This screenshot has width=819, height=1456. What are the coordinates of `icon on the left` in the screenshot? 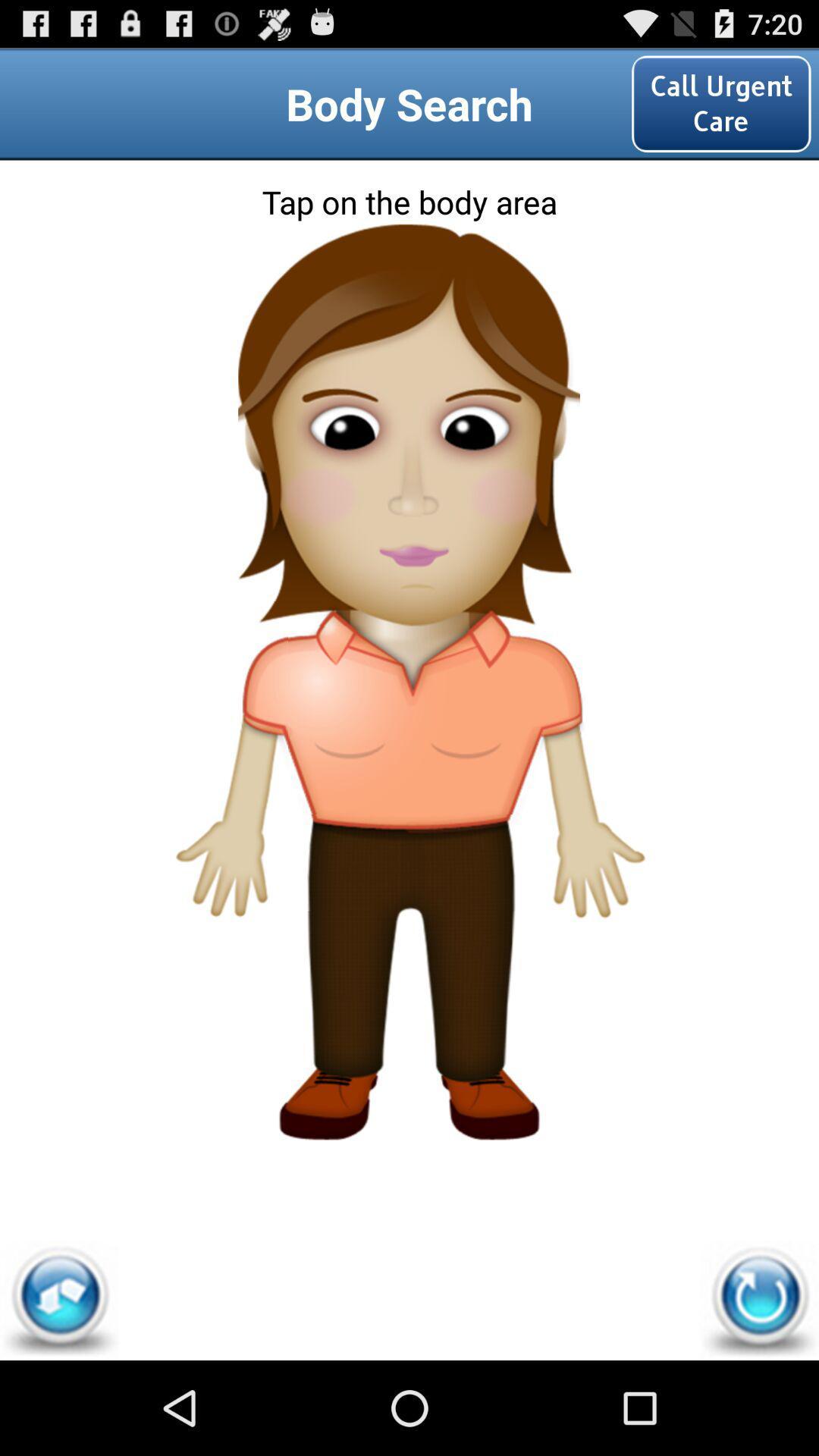 It's located at (231, 772).